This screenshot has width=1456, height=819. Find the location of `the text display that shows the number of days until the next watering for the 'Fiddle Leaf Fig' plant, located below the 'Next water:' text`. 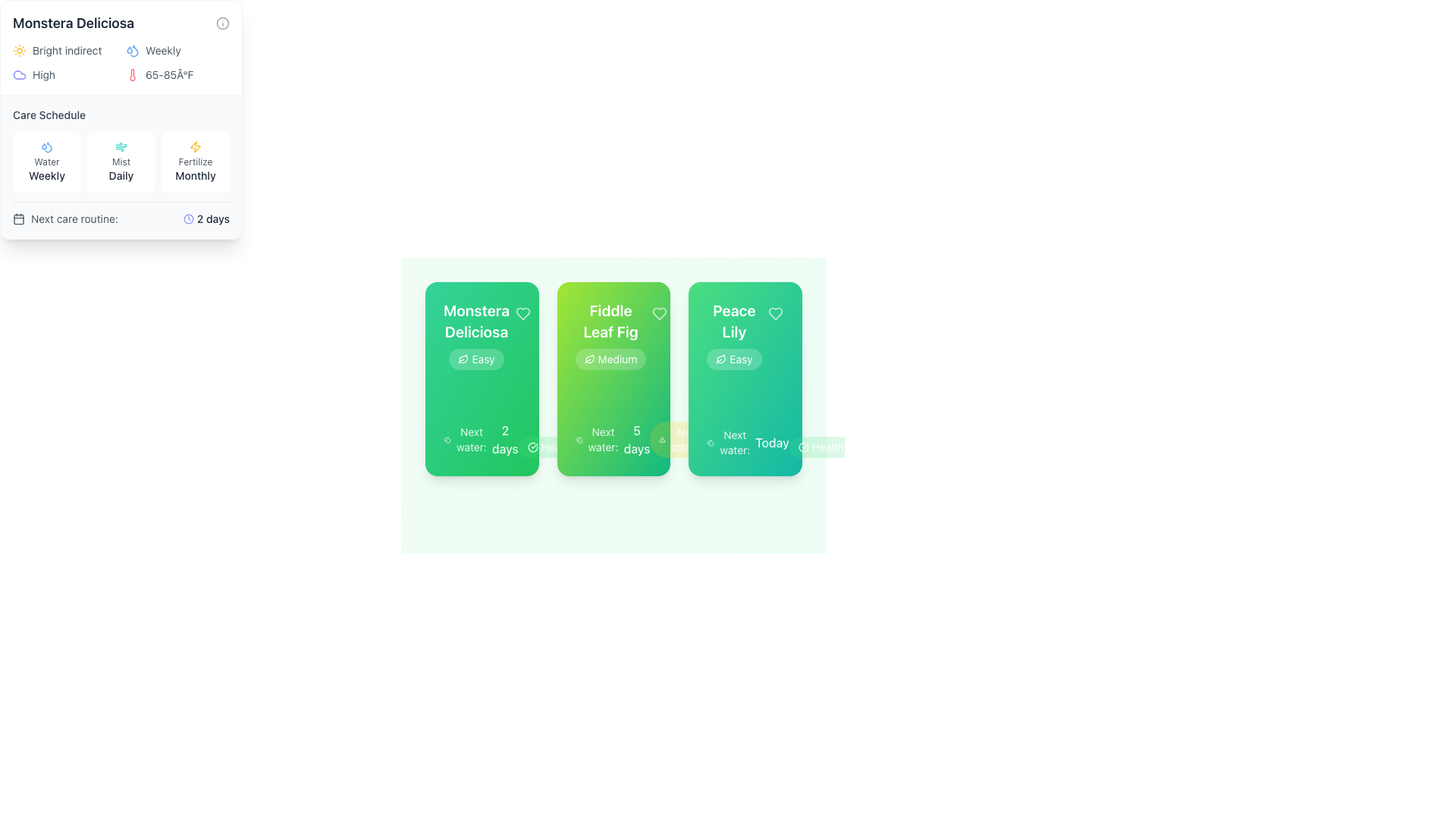

the text display that shows the number of days until the next watering for the 'Fiddle Leaf Fig' plant, located below the 'Next water:' text is located at coordinates (637, 439).